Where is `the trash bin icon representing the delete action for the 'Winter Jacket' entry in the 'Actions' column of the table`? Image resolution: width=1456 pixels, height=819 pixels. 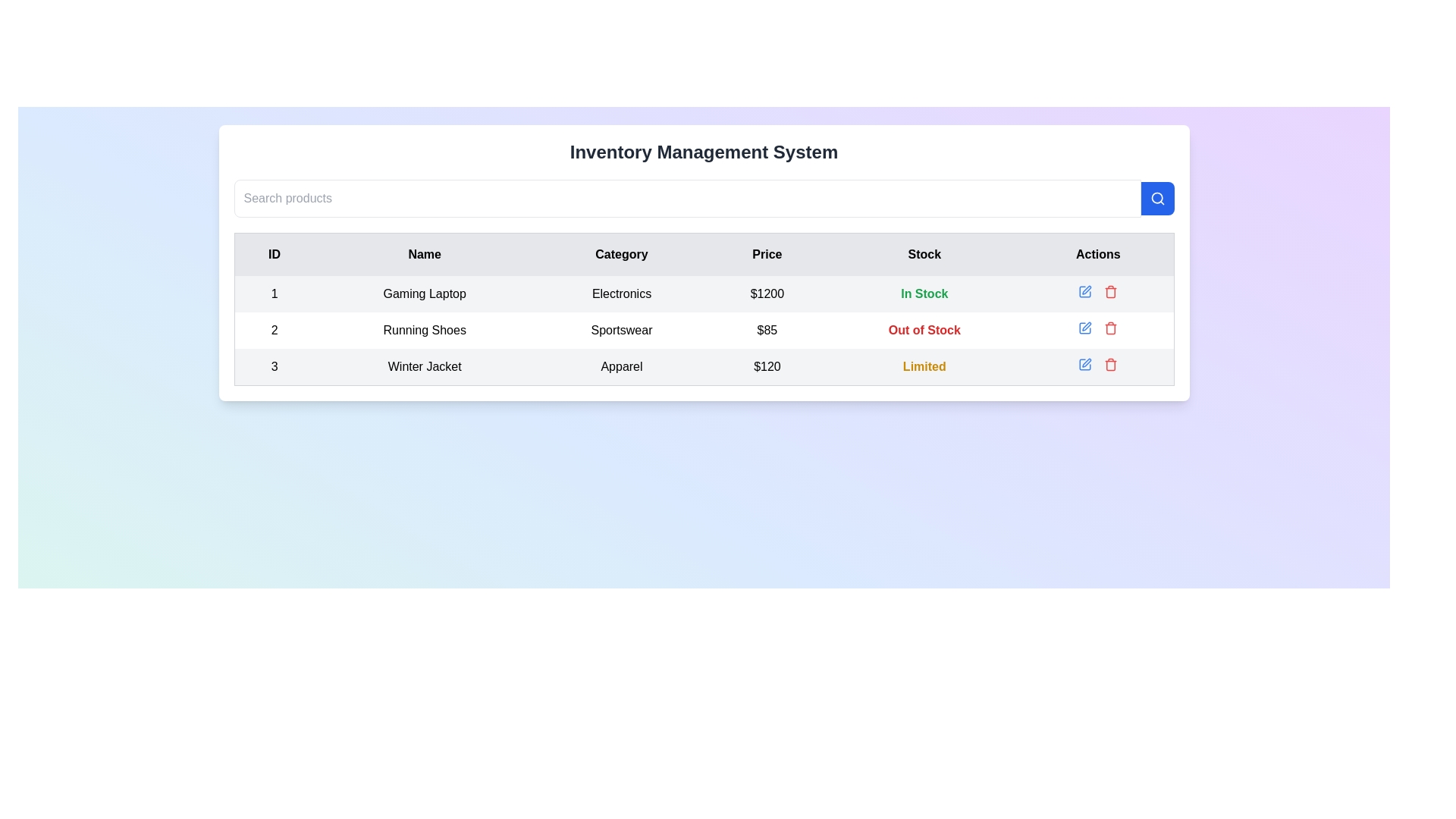
the trash bin icon representing the delete action for the 'Winter Jacket' entry in the 'Actions' column of the table is located at coordinates (1111, 293).